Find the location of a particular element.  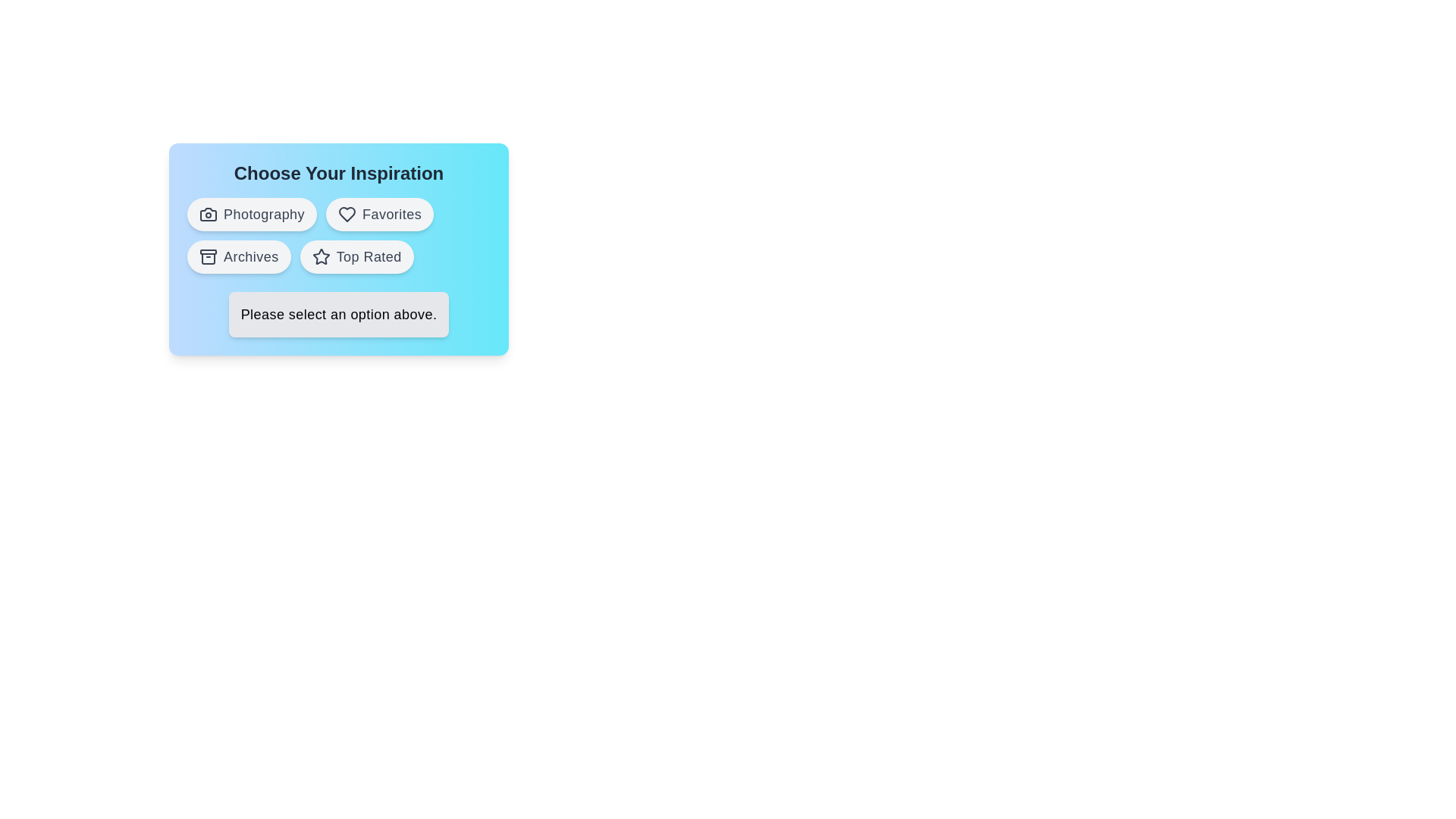

the 'Photography' button is located at coordinates (252, 214).